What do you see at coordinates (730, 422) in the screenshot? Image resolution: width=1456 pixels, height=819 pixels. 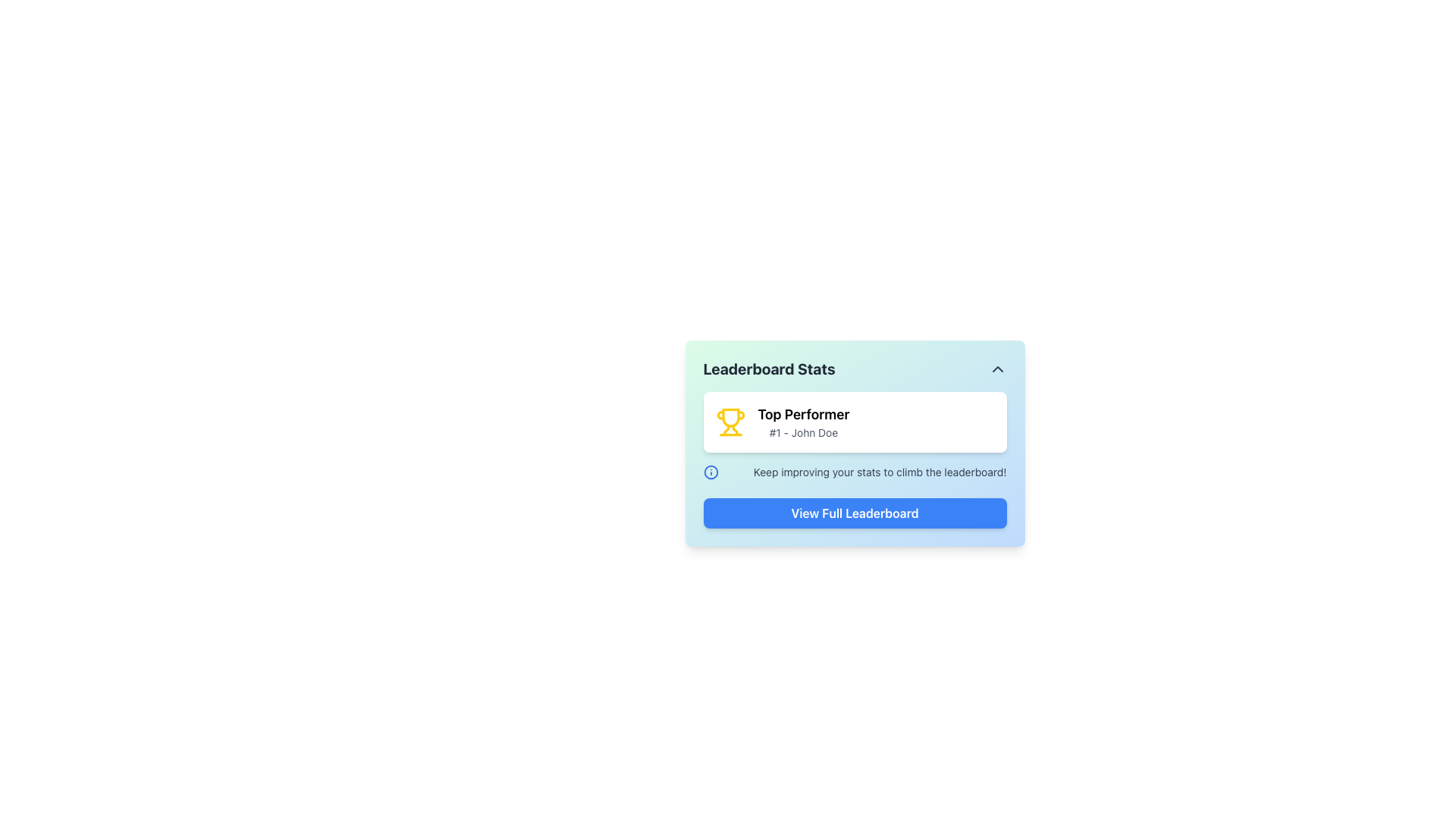 I see `the trophy icon representing the achievement of the individual listed as '#1 - John Doe' in the leaderboard section` at bounding box center [730, 422].